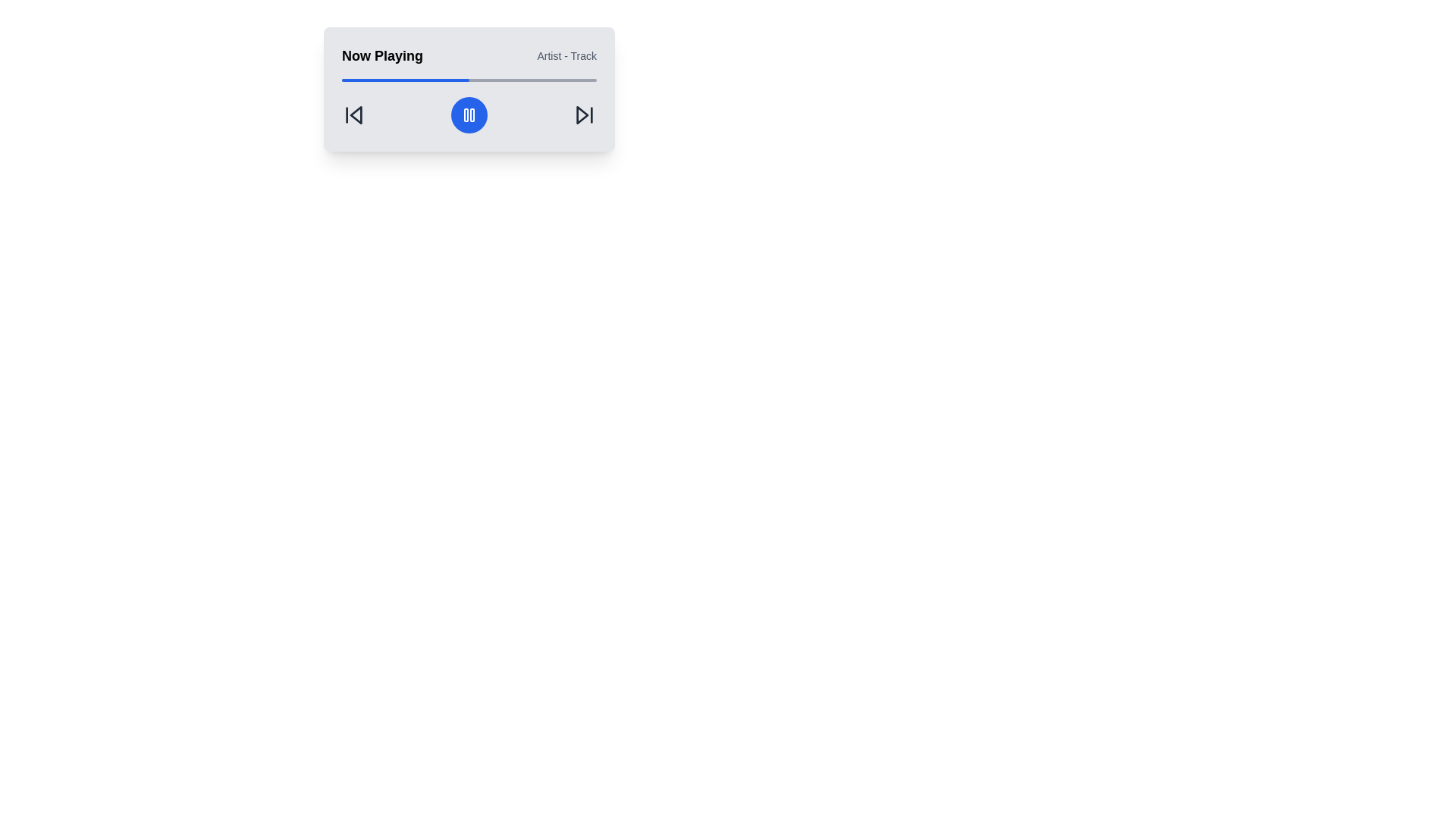 The height and width of the screenshot is (819, 1456). What do you see at coordinates (405, 80) in the screenshot?
I see `the blue progress bar segment located in the upper portion of the interface, which represents a filled portion of the gray bar` at bounding box center [405, 80].